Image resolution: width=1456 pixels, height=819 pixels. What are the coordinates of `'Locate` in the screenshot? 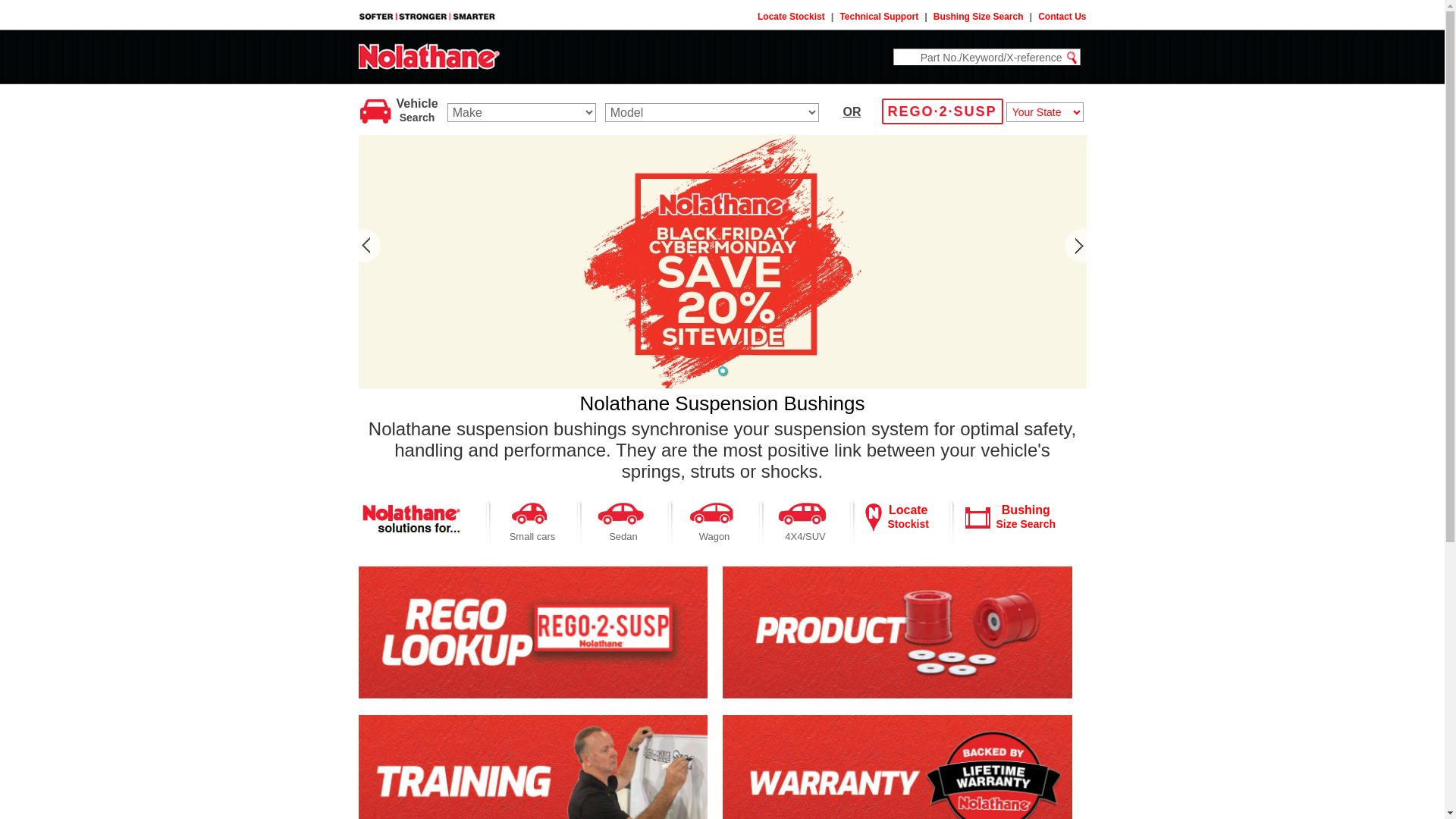 It's located at (907, 516).